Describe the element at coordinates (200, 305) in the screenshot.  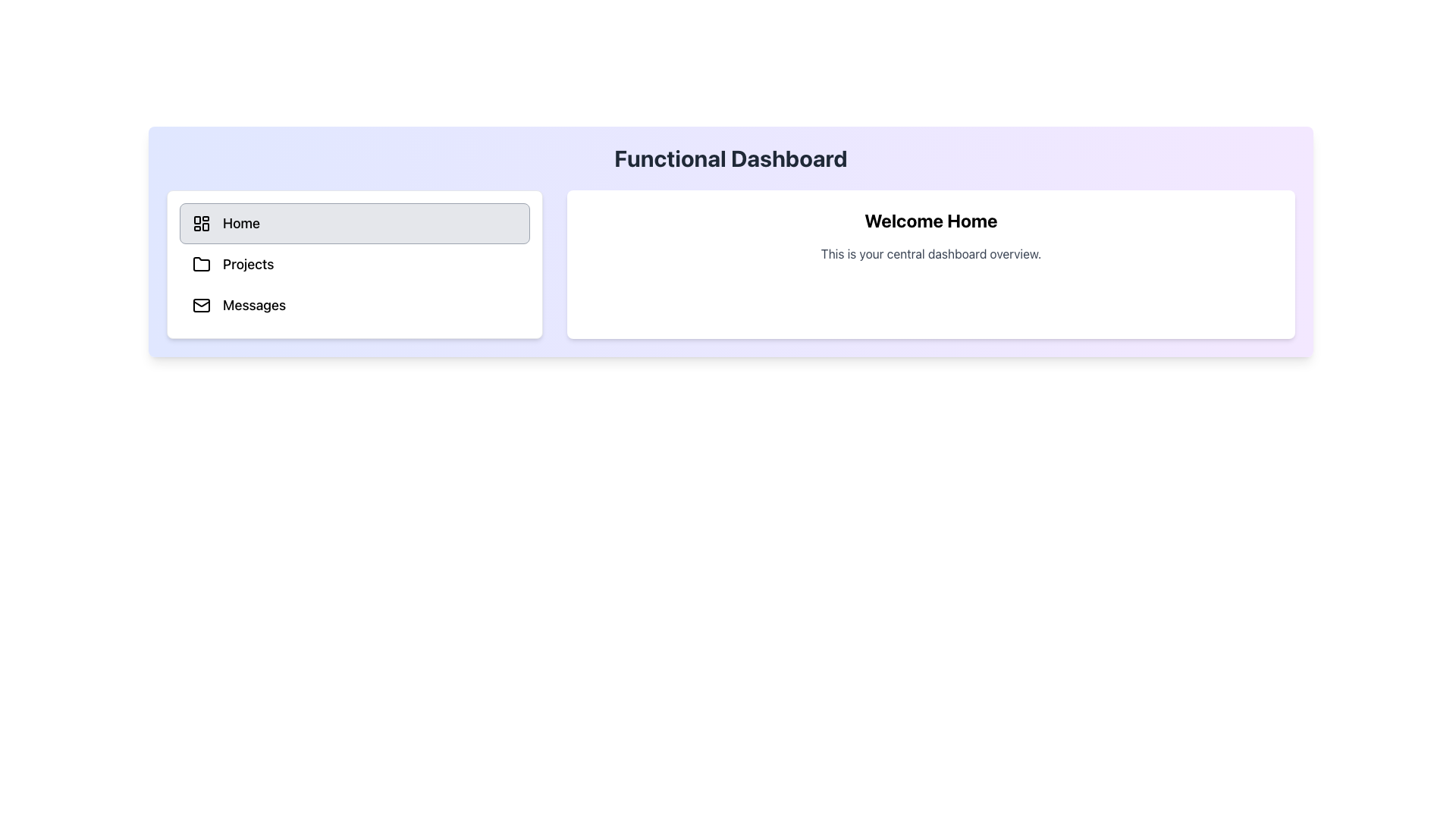
I see `the visual indicator icon for the 'Messages' section located to the left of the 'Messages' button, if the button is interactive` at that location.